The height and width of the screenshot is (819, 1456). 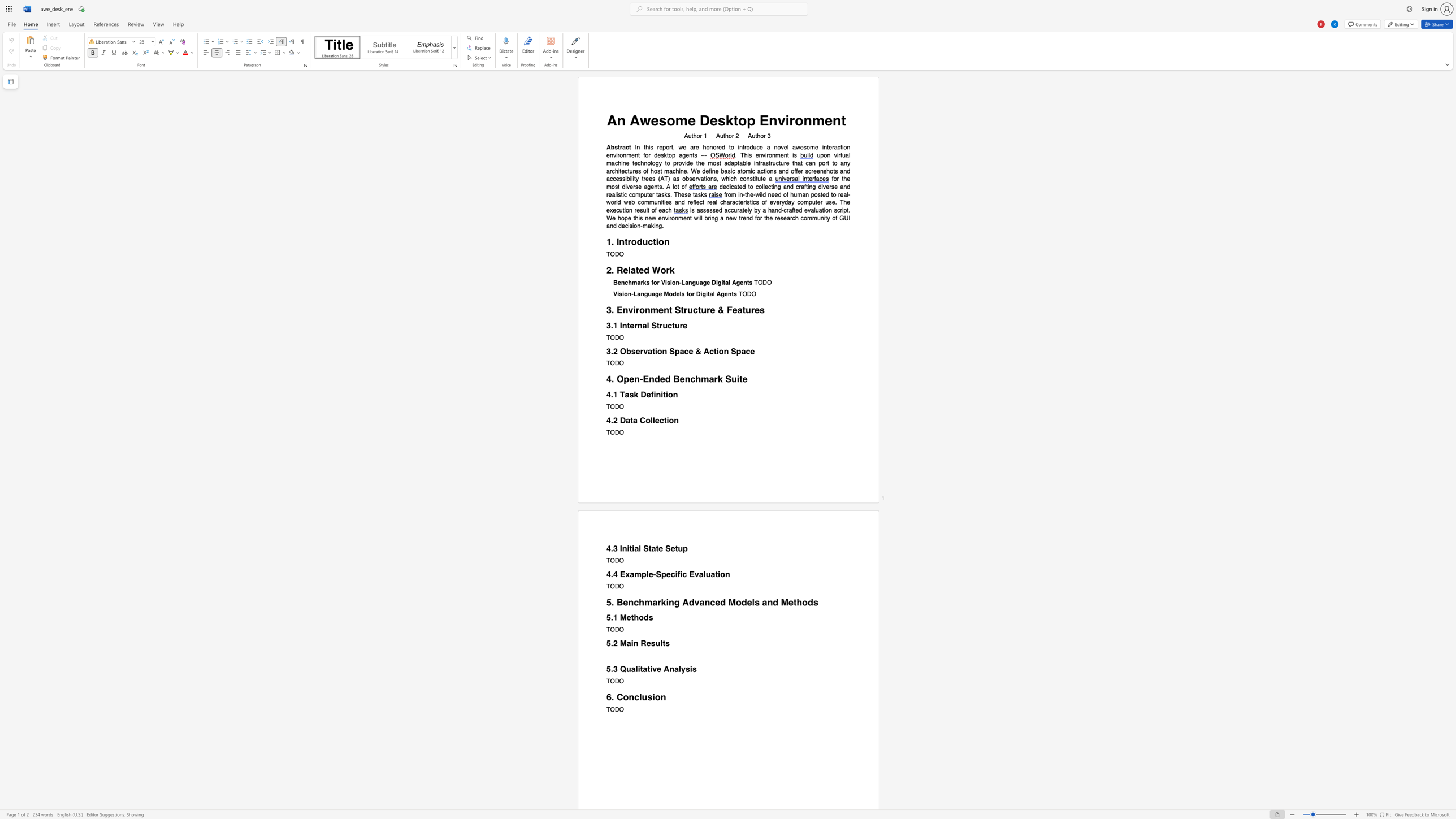 What do you see at coordinates (785, 155) in the screenshot?
I see `the 3th character "n" in the text` at bounding box center [785, 155].